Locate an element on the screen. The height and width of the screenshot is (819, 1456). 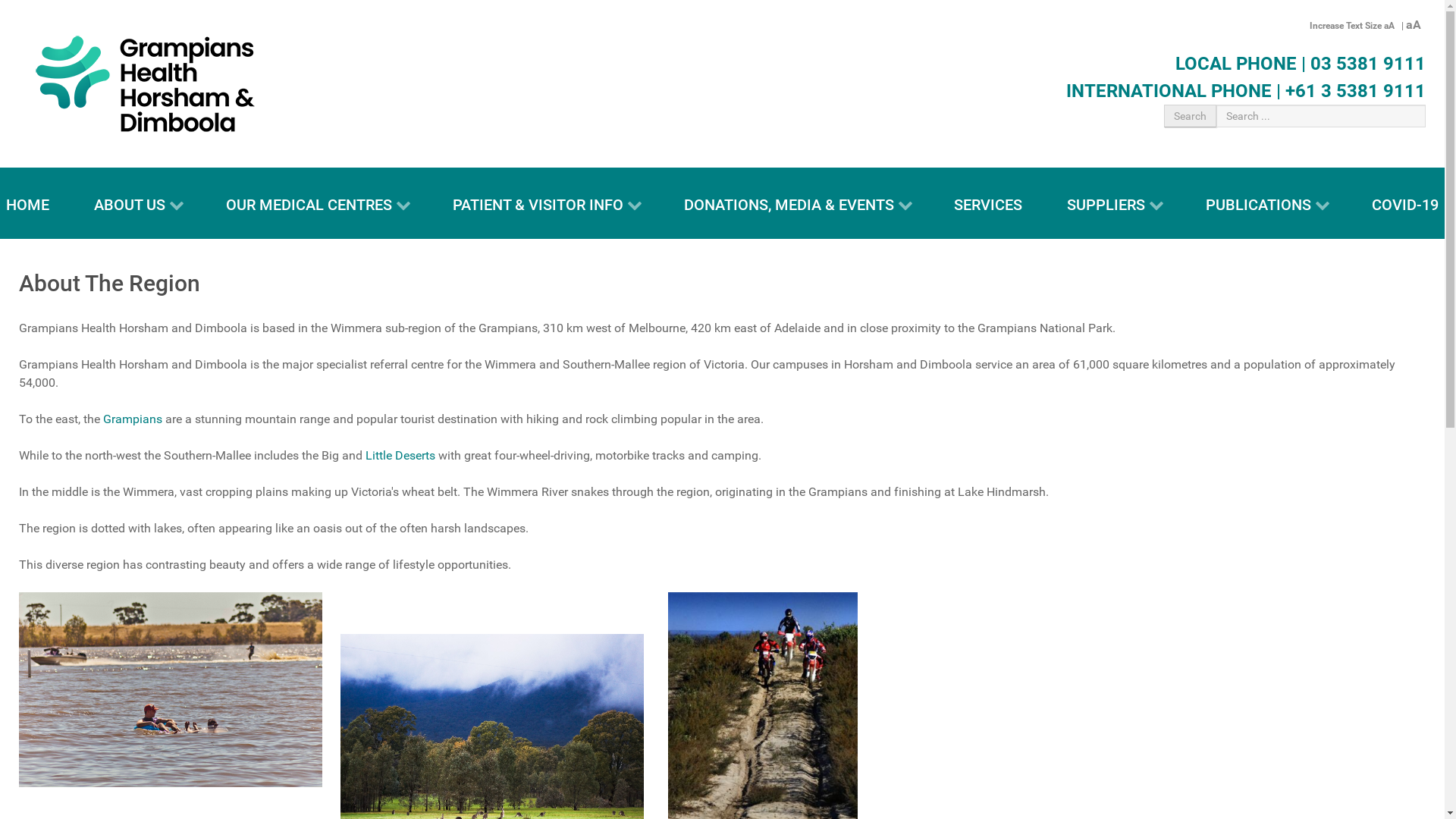
'ABOUT US' is located at coordinates (137, 202).